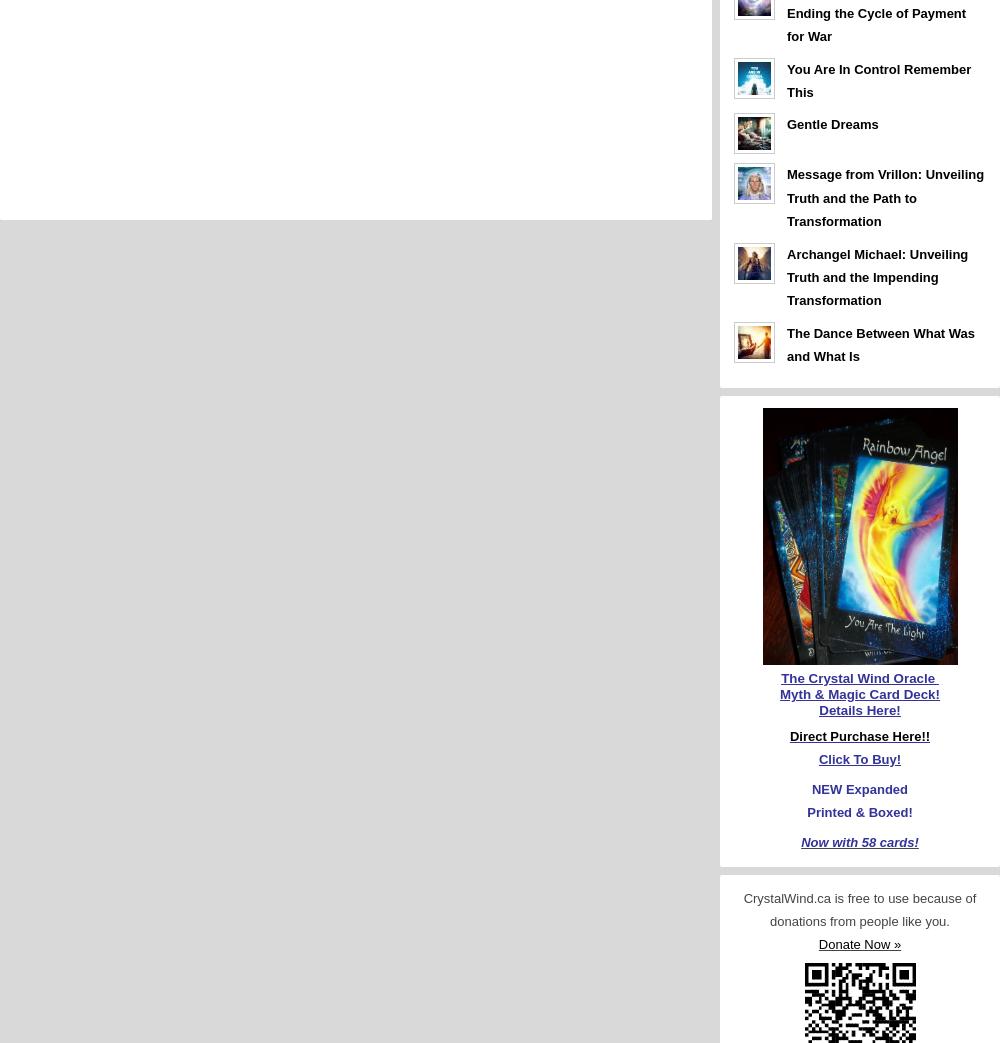  Describe the element at coordinates (879, 80) in the screenshot. I see `'You Are In Control Remember This'` at that location.